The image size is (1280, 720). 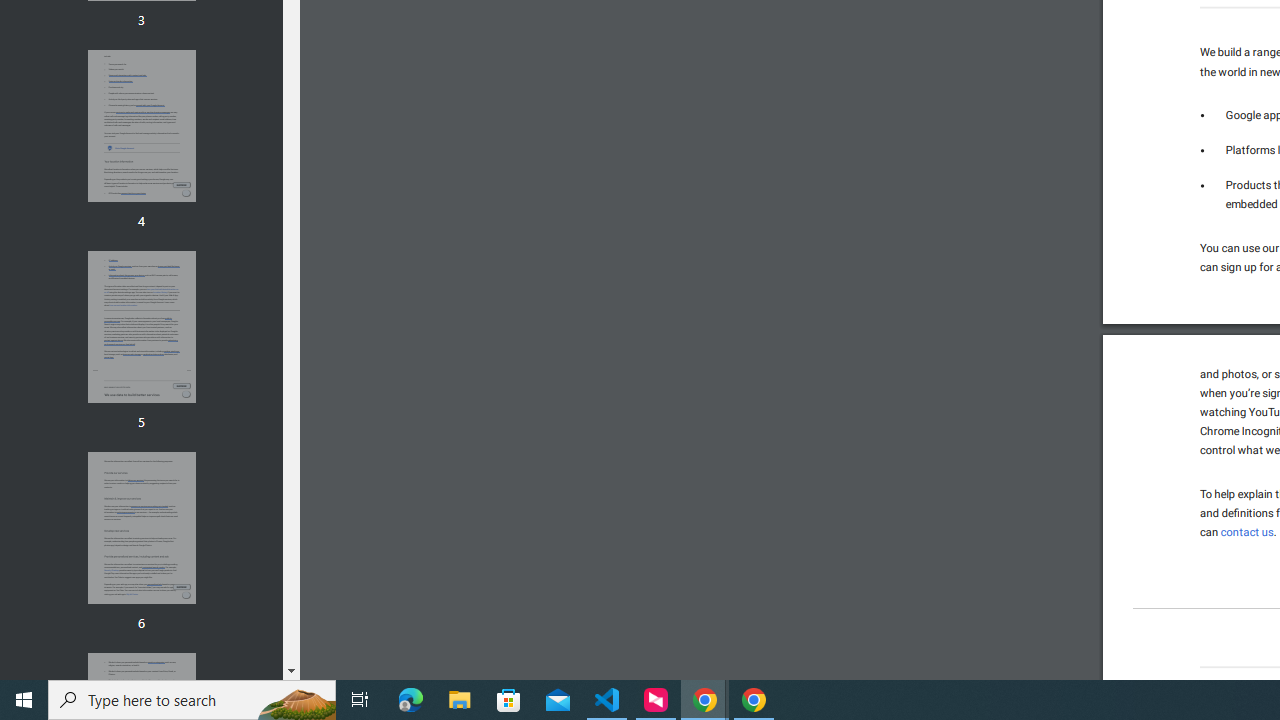 I want to click on 'Thumbnail for page 4', so click(x=140, y=126).